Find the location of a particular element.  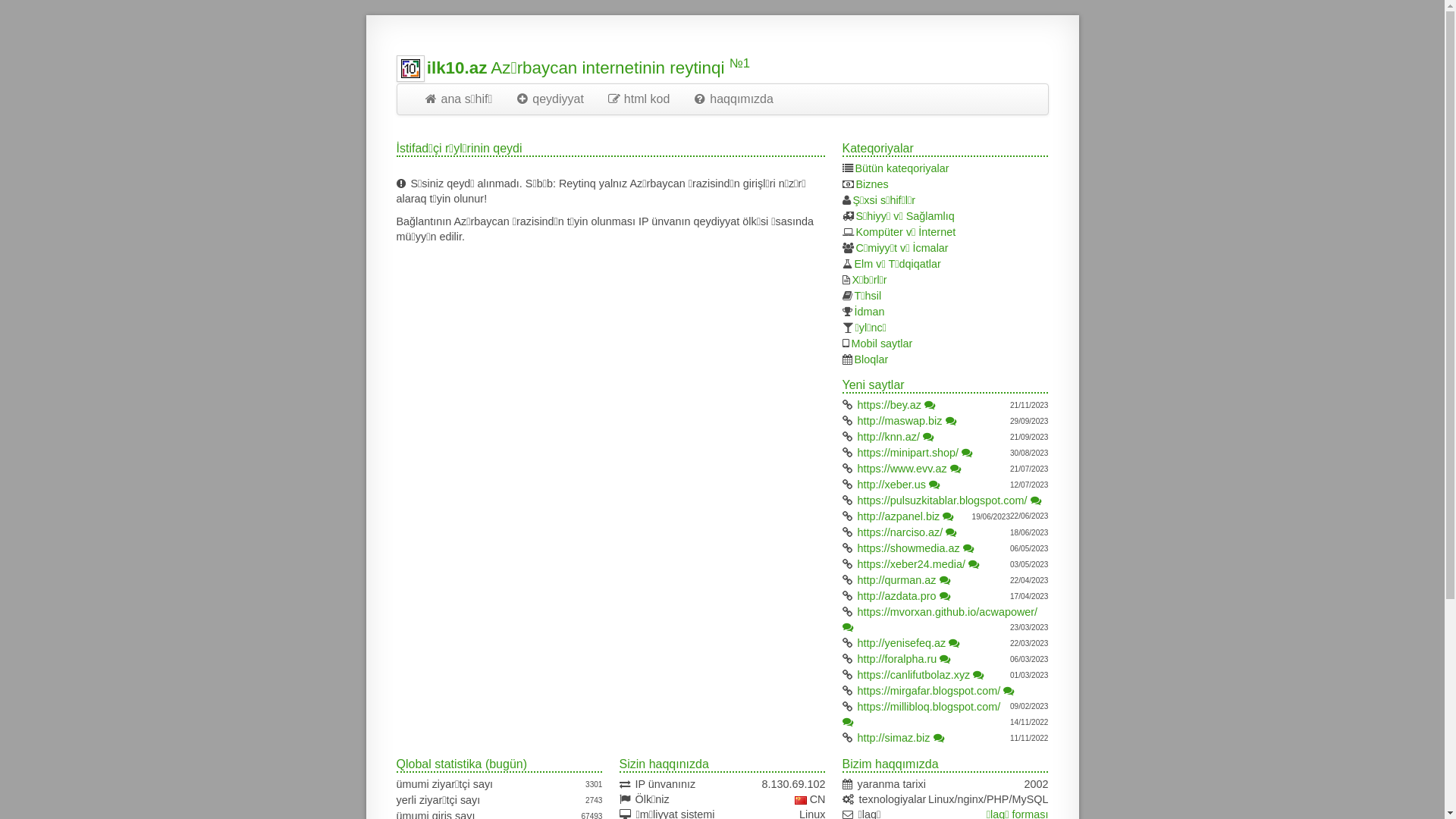

'https://mirgafar.blogspot.com/' is located at coordinates (928, 690).